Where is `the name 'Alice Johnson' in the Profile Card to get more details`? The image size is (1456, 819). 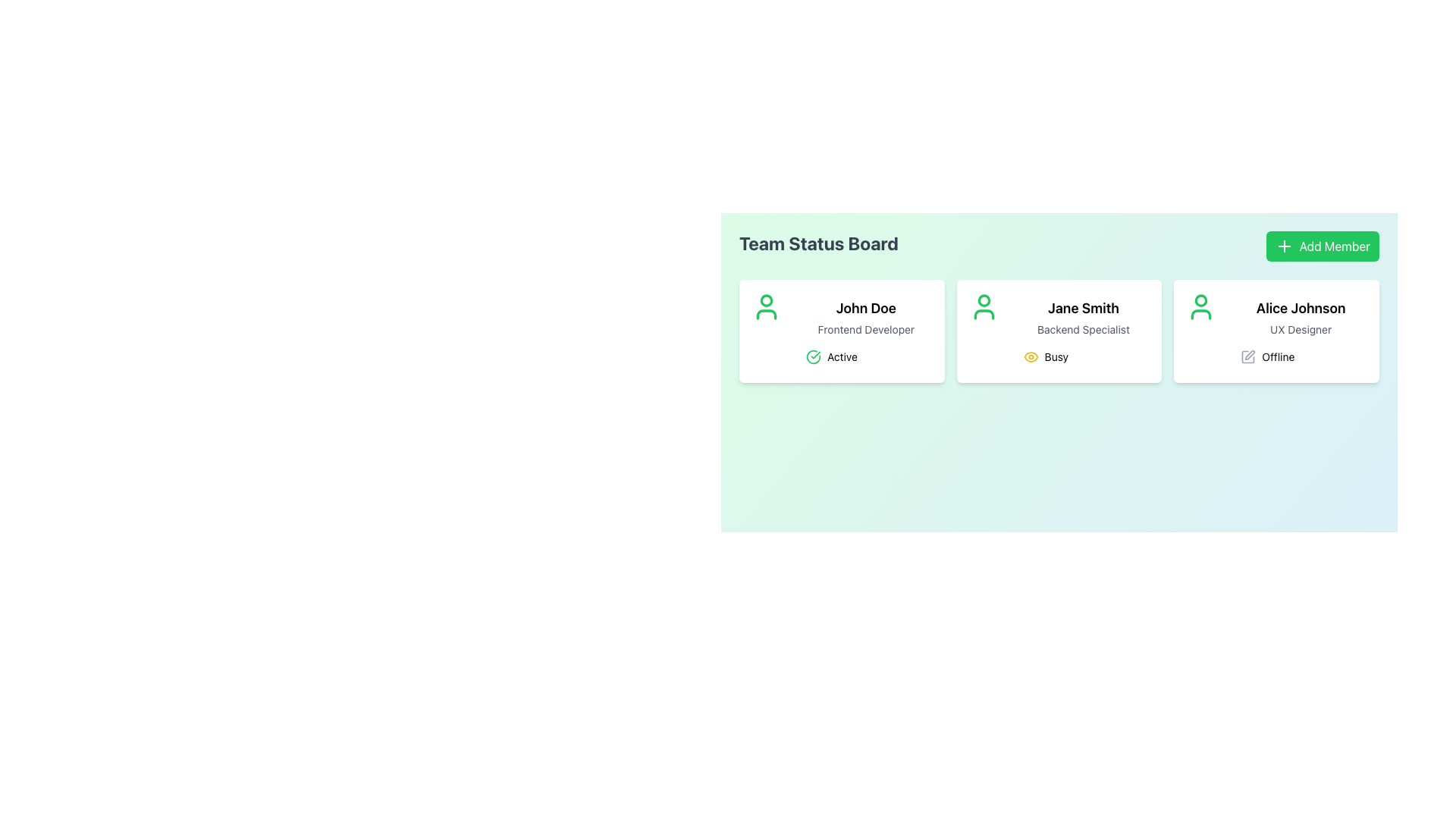
the name 'Alice Johnson' in the Profile Card to get more details is located at coordinates (1300, 330).